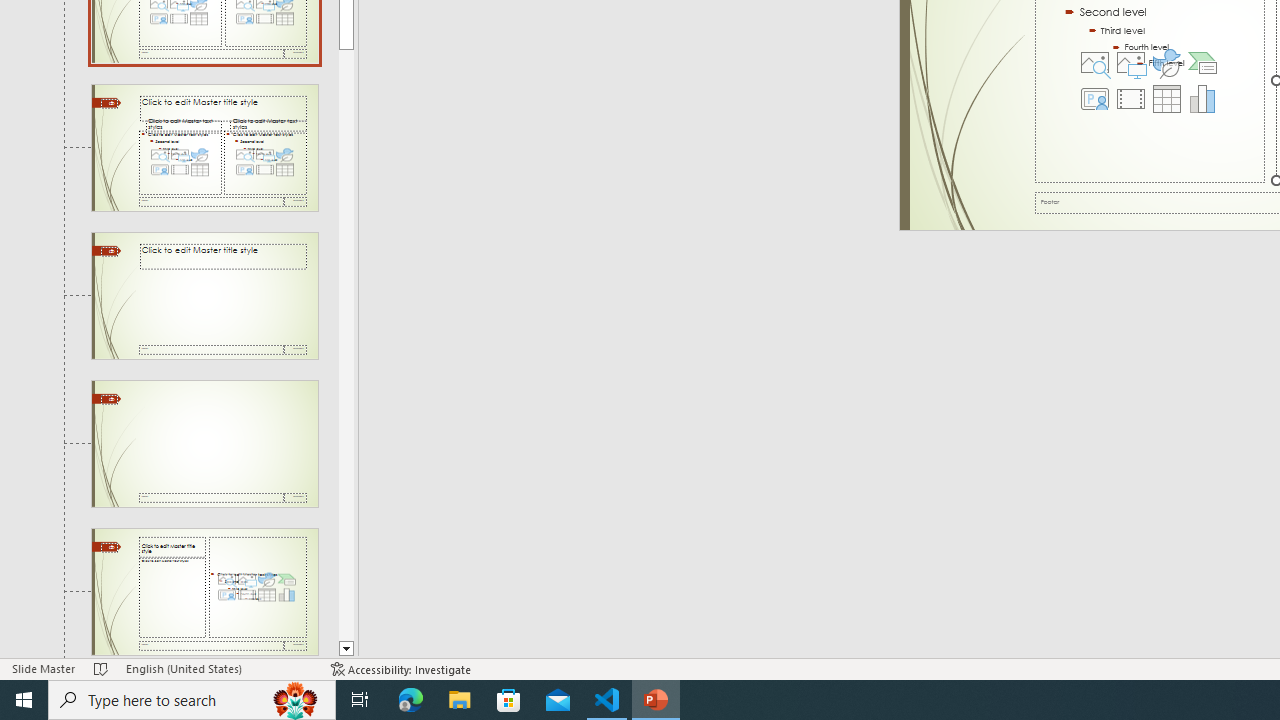 Image resolution: width=1280 pixels, height=720 pixels. I want to click on 'Slide Two Content Layout: used by no slides', so click(204, 146).